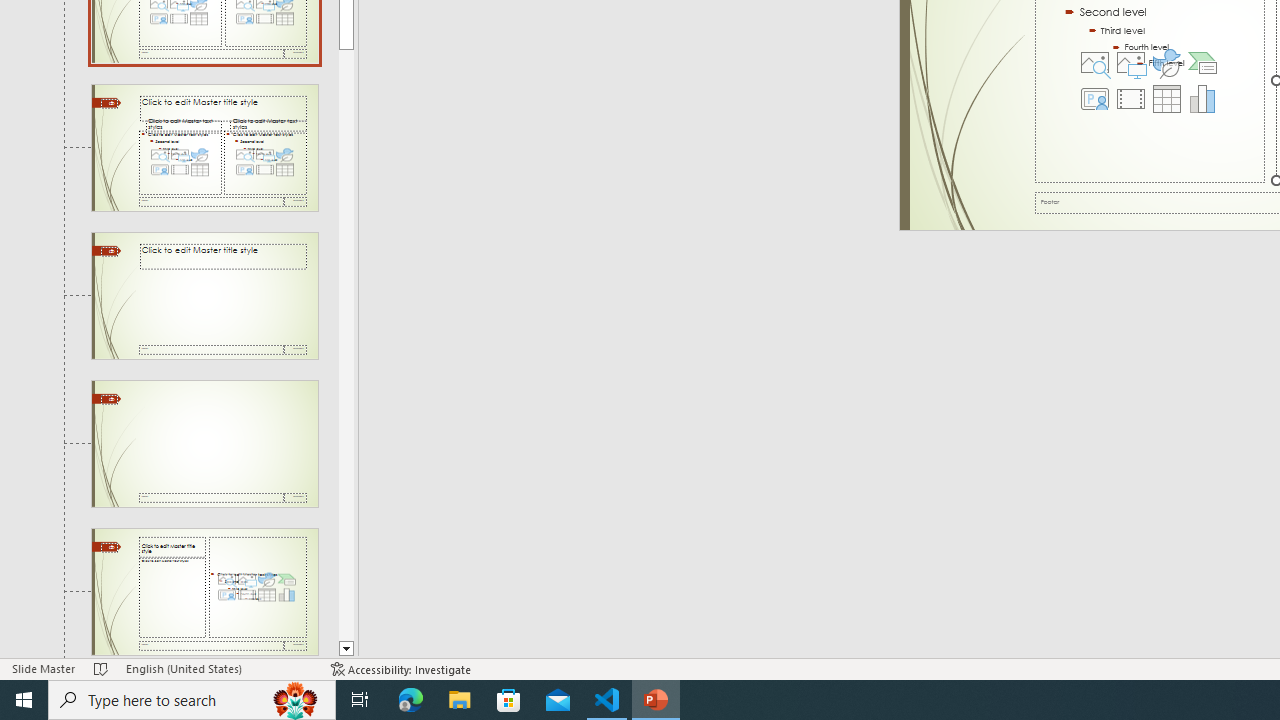 Image resolution: width=1280 pixels, height=720 pixels. I want to click on 'Slide Two Content Layout: used by no slides', so click(204, 146).